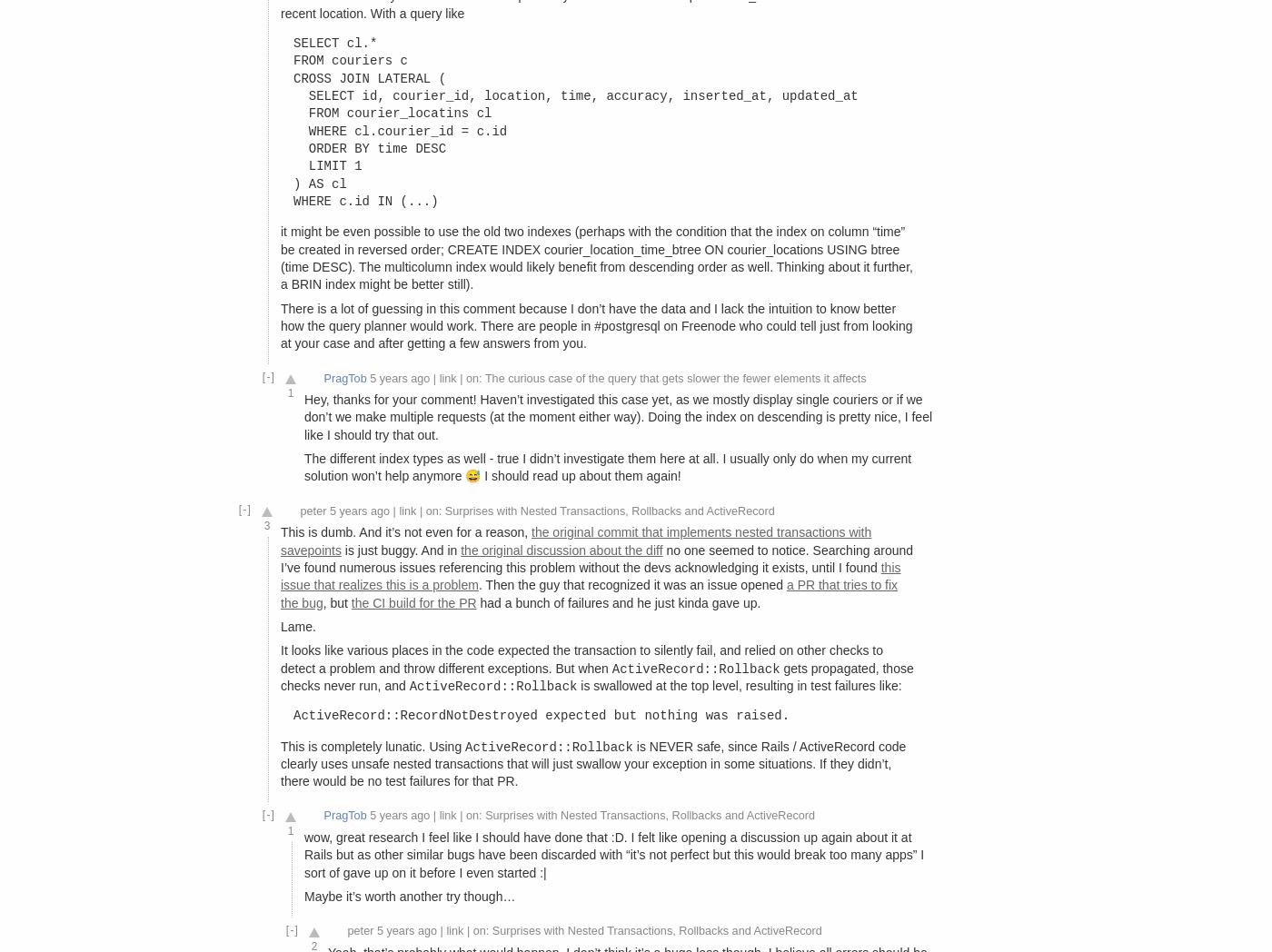  Describe the element at coordinates (618, 601) in the screenshot. I see `'had a bunch of failures and he just kinda gave up.'` at that location.